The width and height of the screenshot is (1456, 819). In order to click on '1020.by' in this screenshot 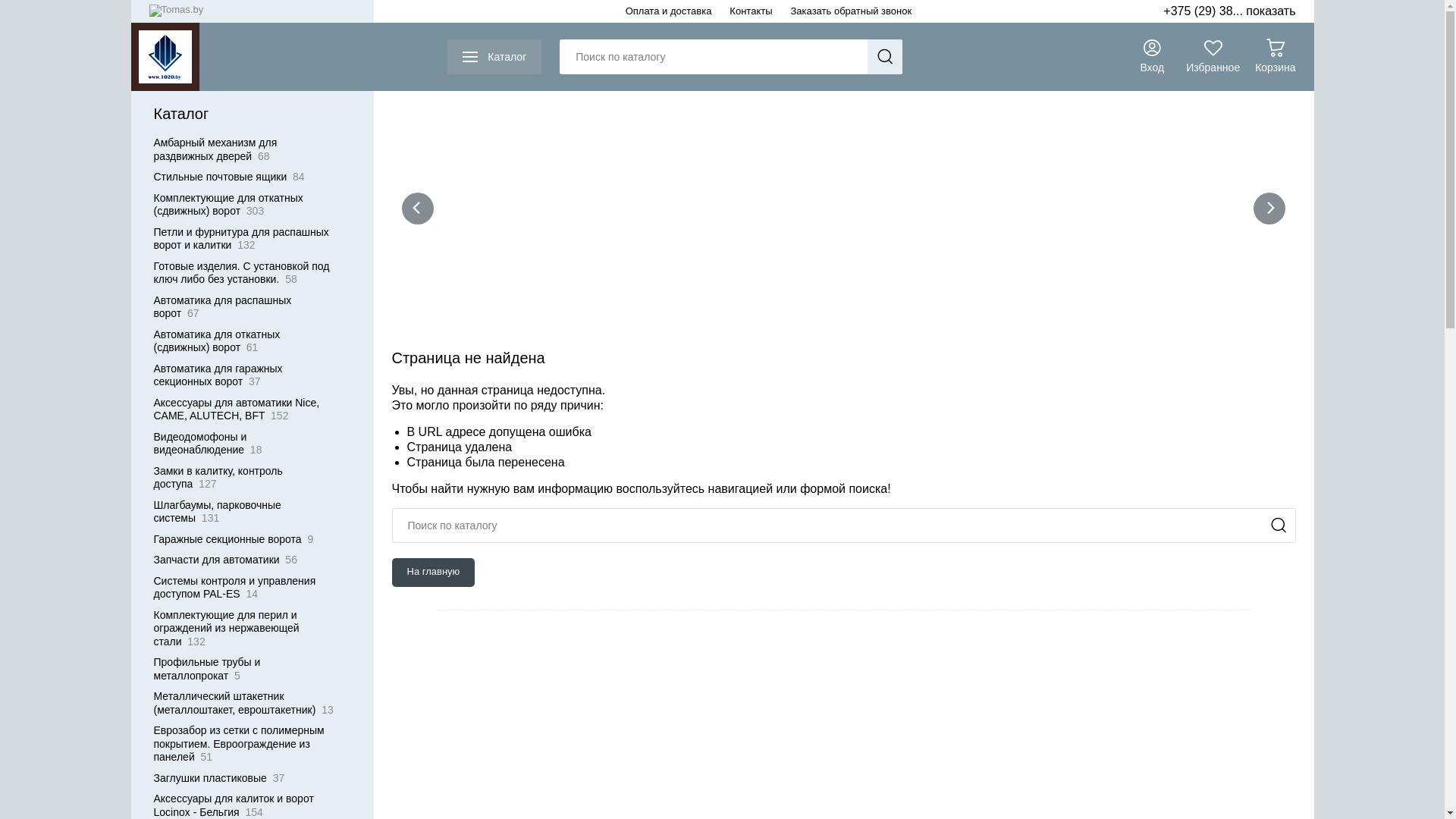, I will do `click(164, 55)`.